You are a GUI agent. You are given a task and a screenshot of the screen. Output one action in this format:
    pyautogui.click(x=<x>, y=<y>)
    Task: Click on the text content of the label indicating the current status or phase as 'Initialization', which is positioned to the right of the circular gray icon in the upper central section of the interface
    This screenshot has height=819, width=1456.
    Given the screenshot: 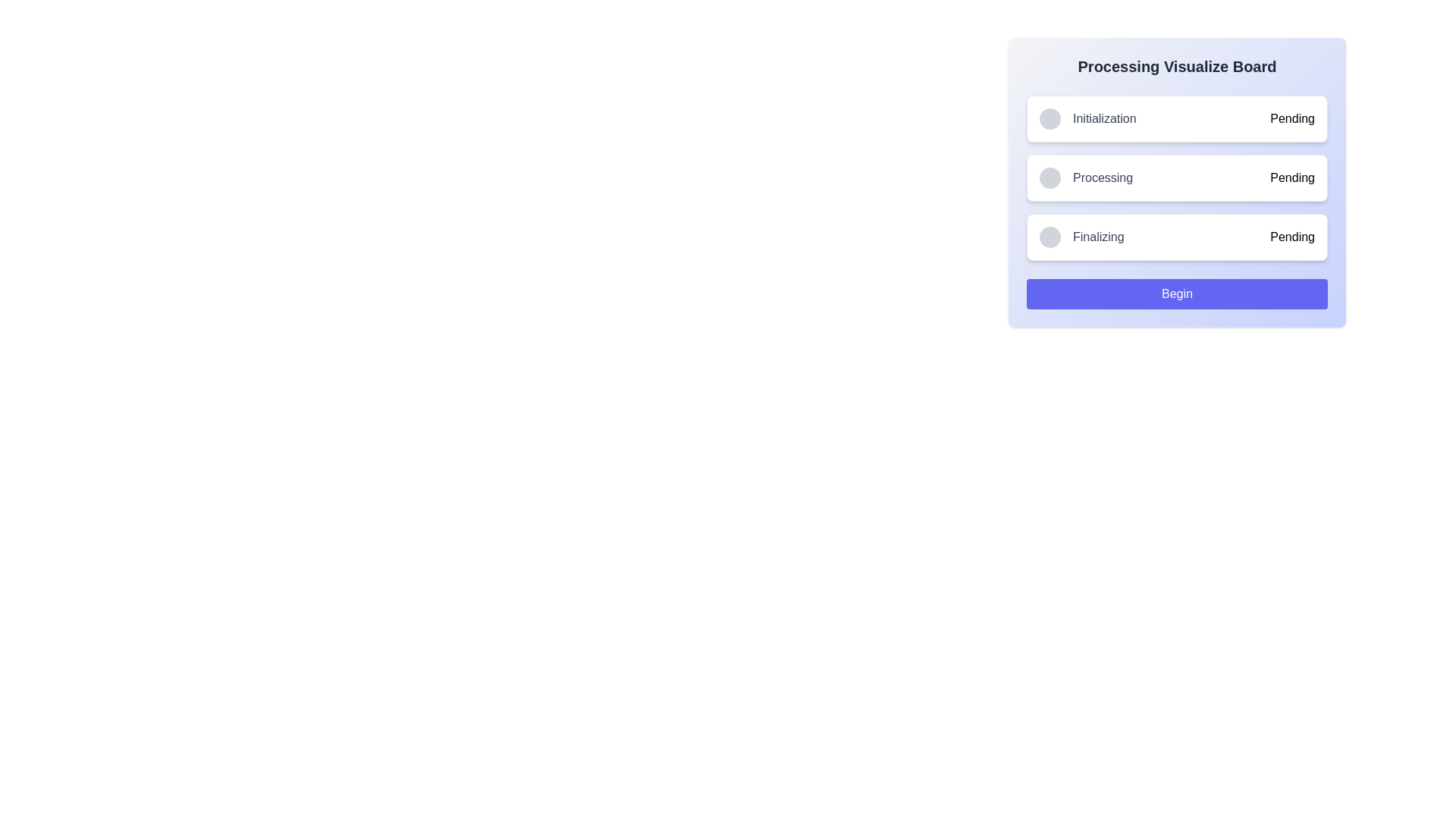 What is the action you would take?
    pyautogui.click(x=1104, y=118)
    